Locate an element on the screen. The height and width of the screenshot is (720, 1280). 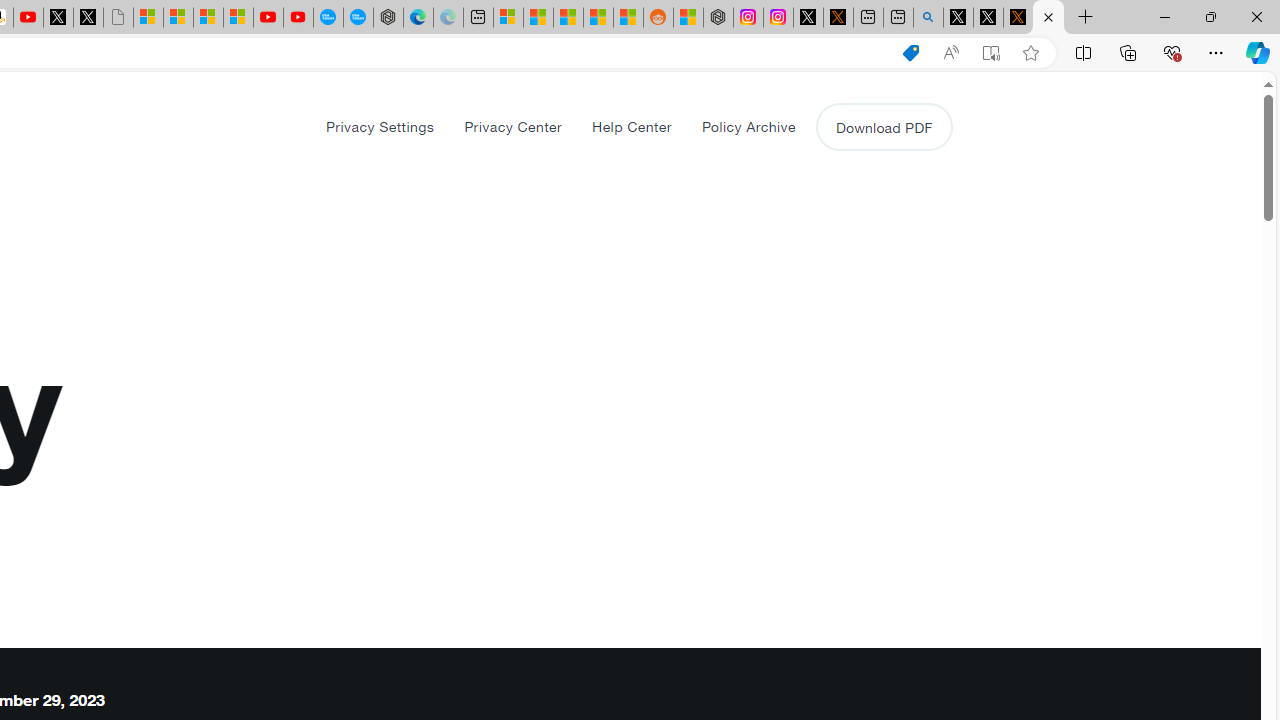
'Privacy Center' is located at coordinates (513, 126).